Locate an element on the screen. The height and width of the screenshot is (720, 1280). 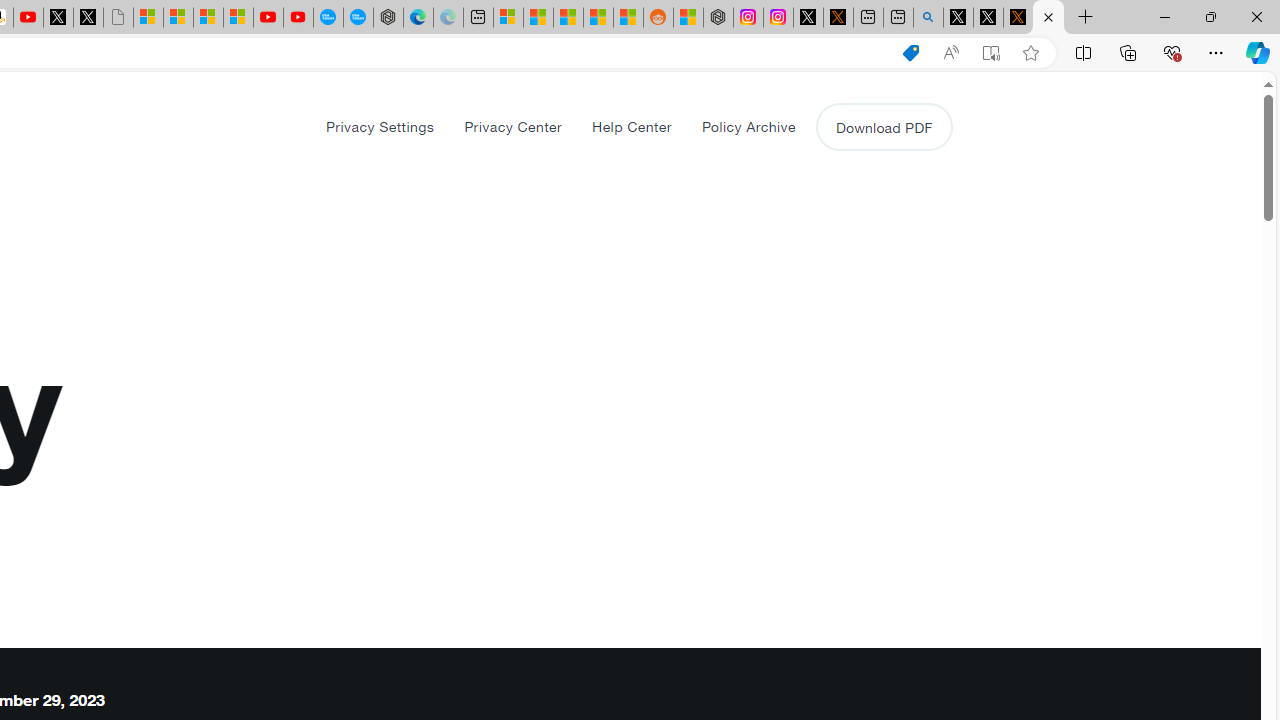
'Privacy Center' is located at coordinates (513, 126).